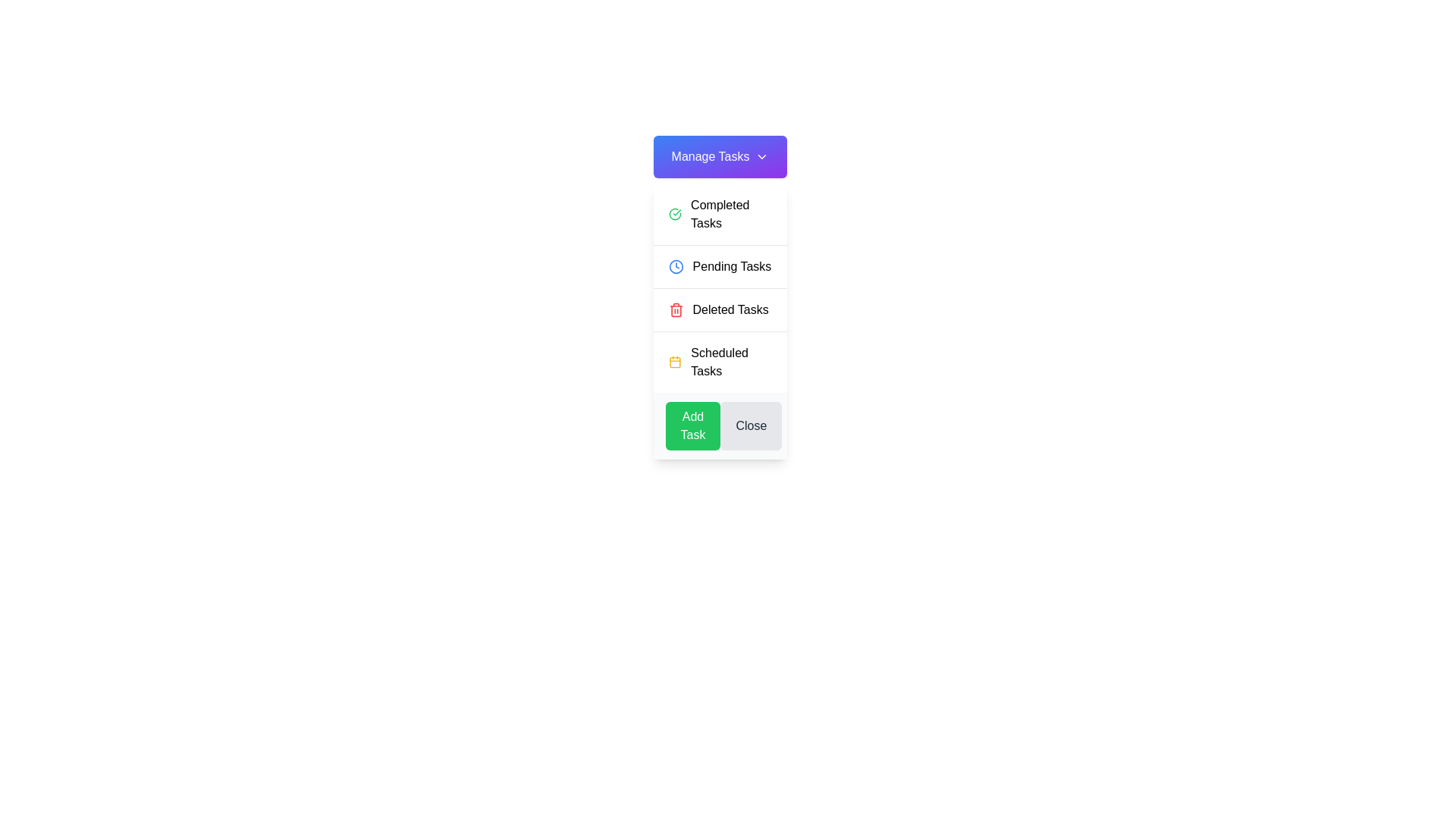 This screenshot has height=819, width=1456. I want to click on properties of the clock icon representing the 'Pending Tasks' menu option, which is located to the left of the second item in the 'Manage Tasks' dropdown, so click(675, 265).